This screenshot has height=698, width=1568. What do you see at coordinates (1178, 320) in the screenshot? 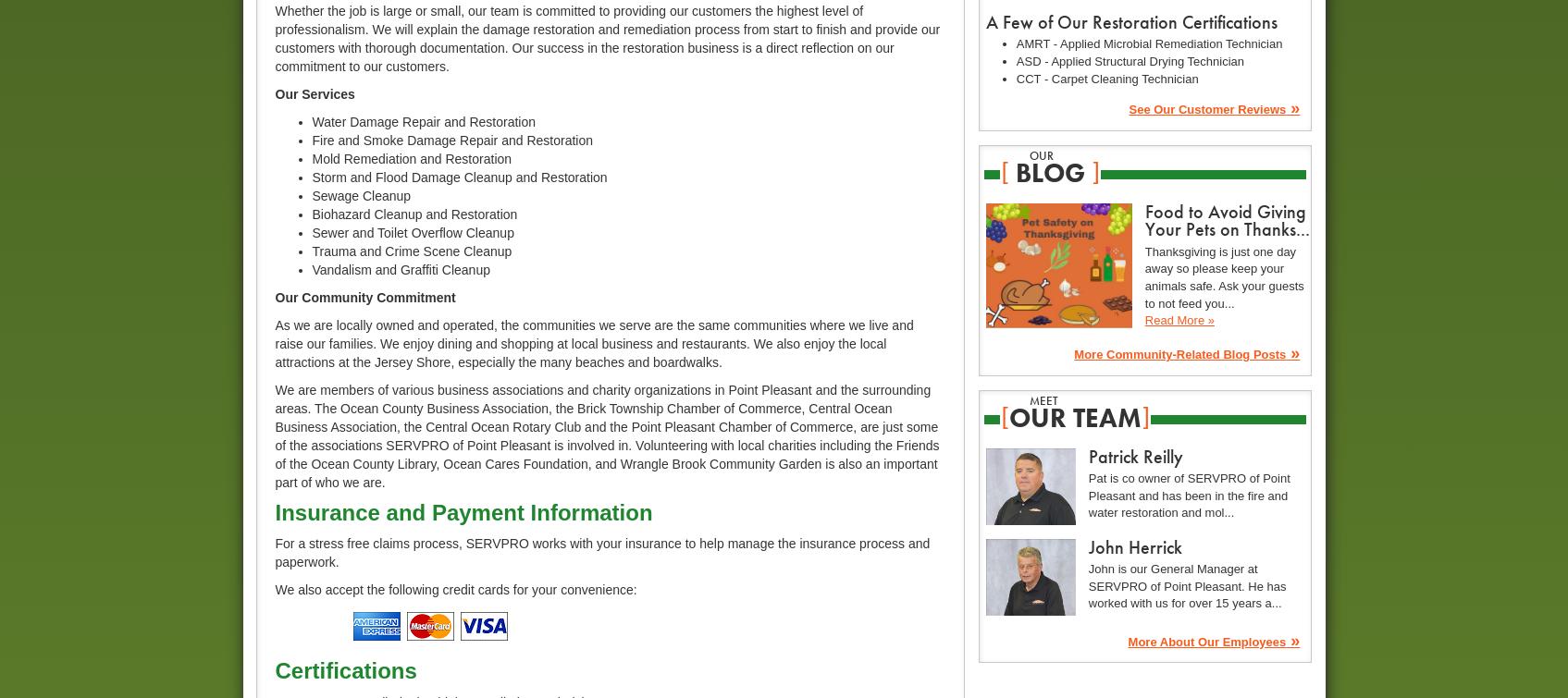
I see `'Read More »'` at bounding box center [1178, 320].